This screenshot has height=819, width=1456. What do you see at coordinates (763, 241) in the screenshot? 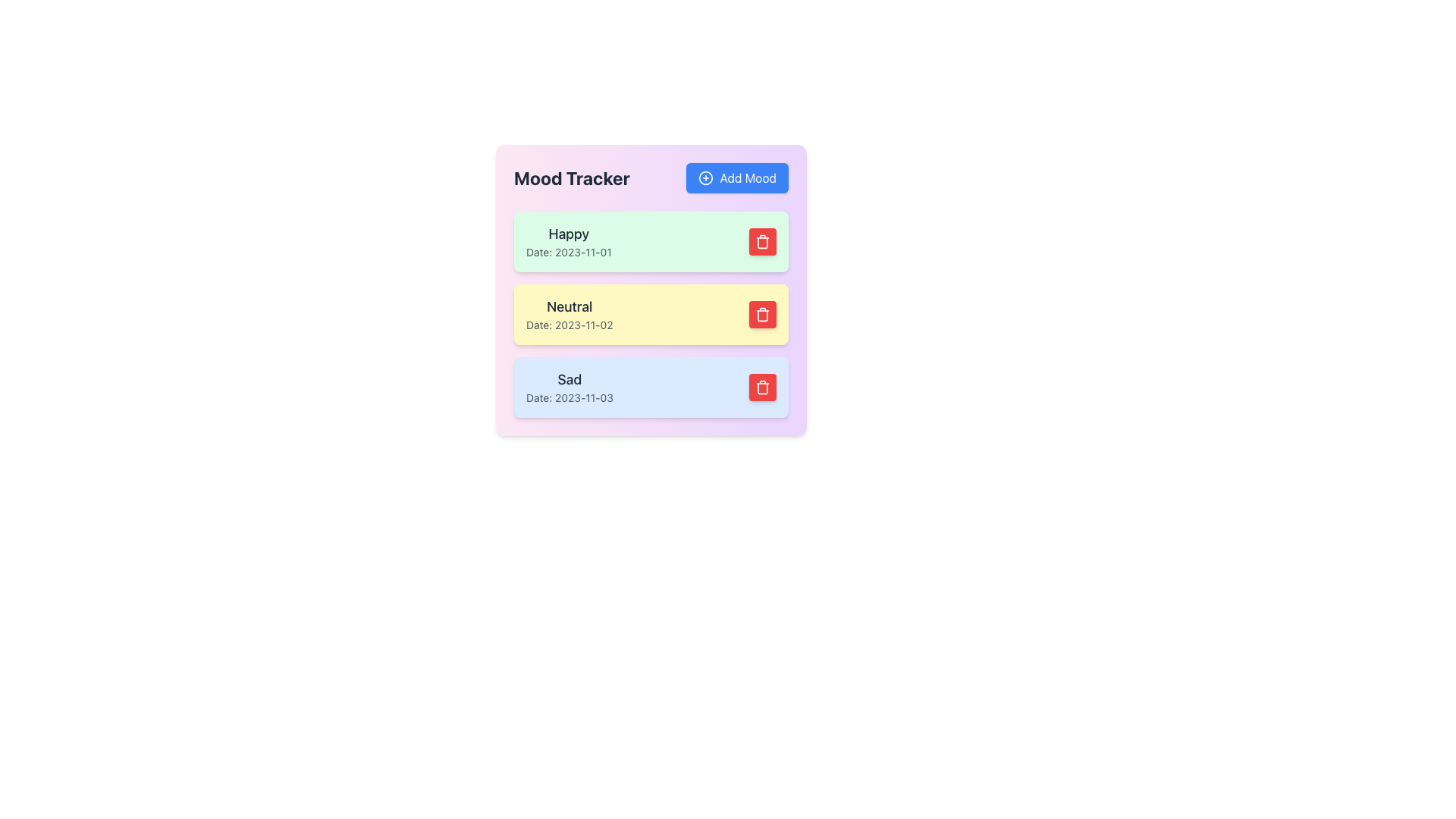
I see `the red square-shaped button with a white trash can icon` at bounding box center [763, 241].